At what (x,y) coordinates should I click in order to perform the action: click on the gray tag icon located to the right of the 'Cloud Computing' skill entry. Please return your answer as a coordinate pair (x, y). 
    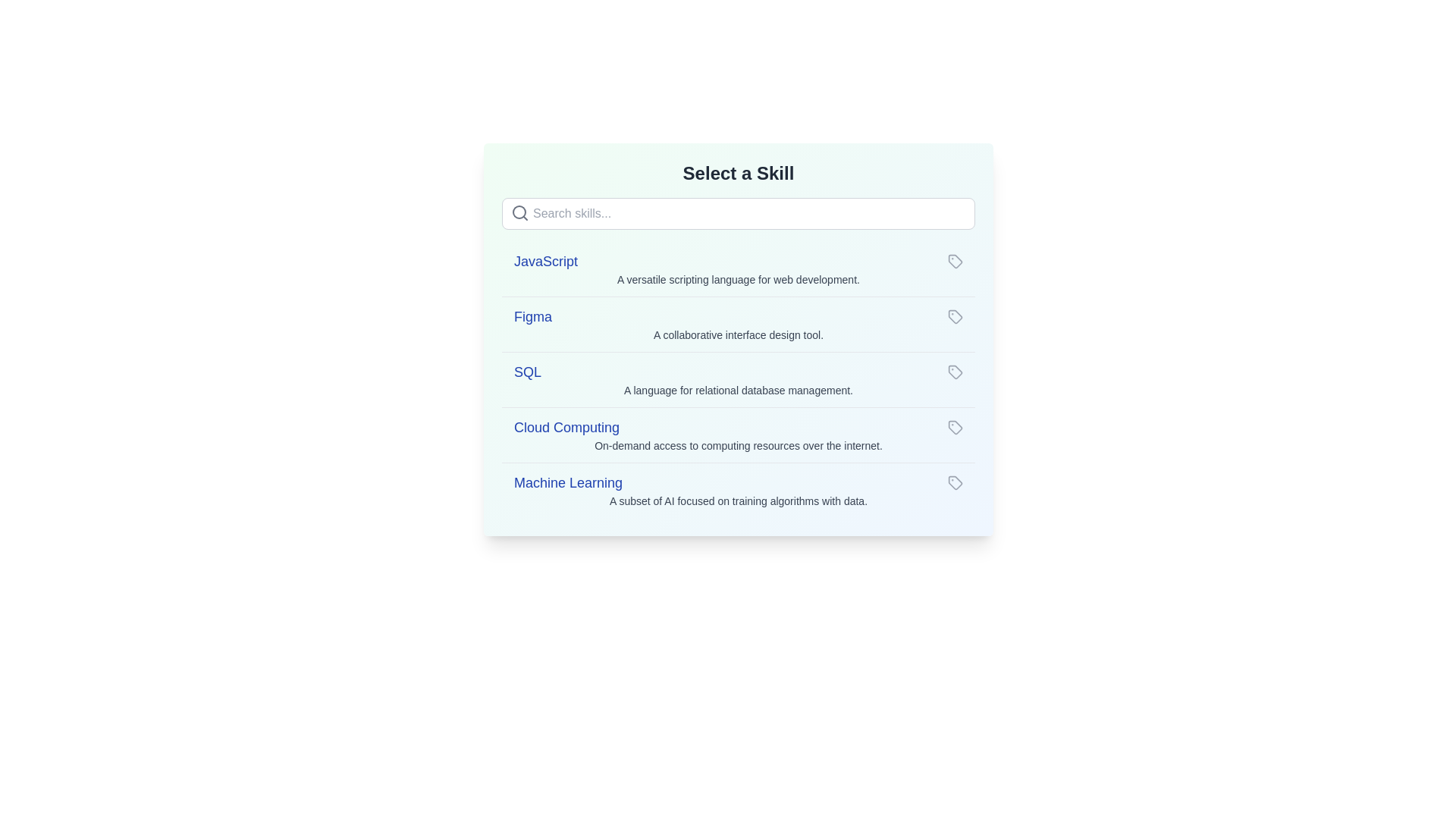
    Looking at the image, I should click on (954, 427).